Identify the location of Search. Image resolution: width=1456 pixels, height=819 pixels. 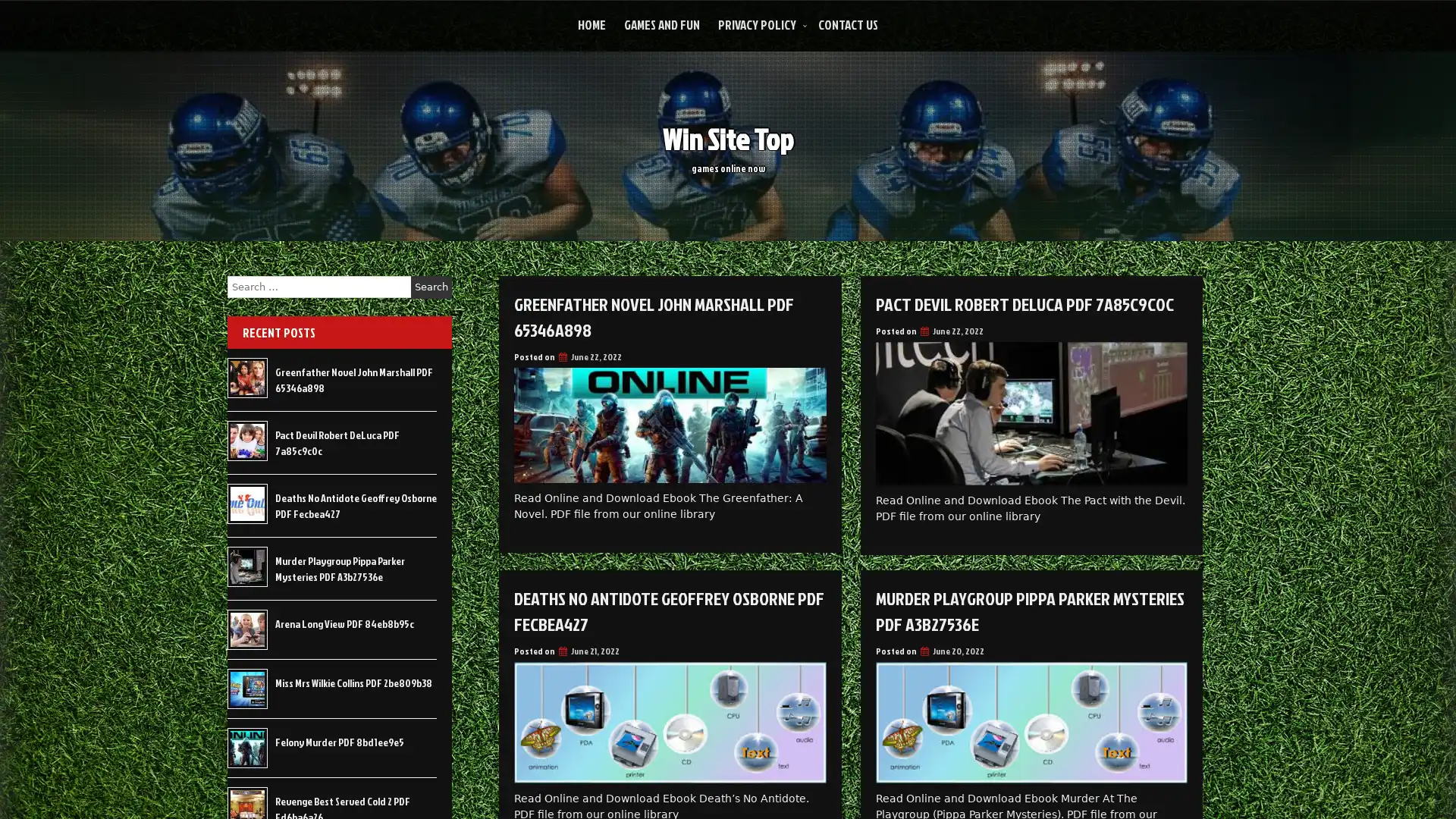
(431, 287).